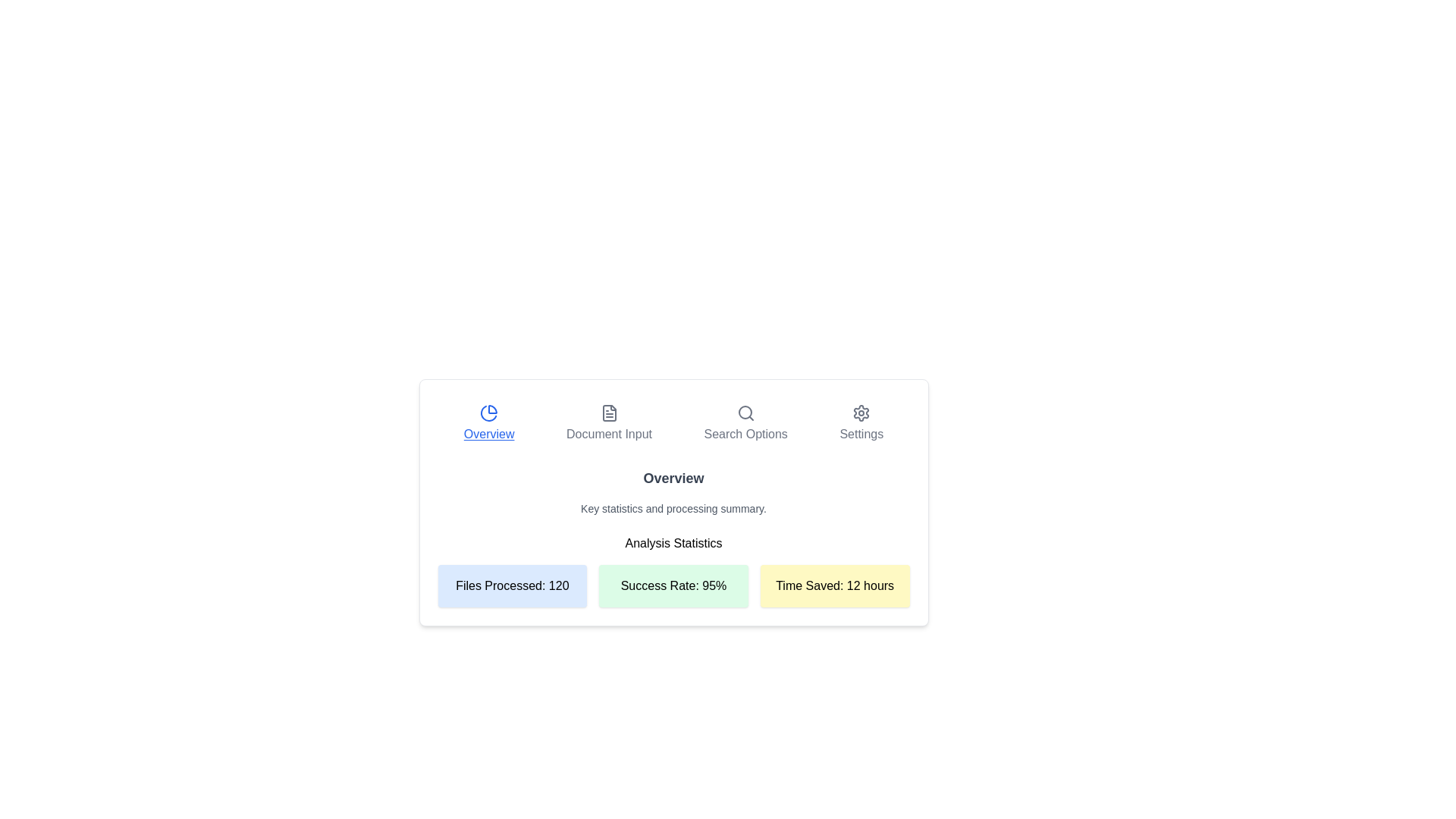 The height and width of the screenshot is (819, 1456). Describe the element at coordinates (609, 413) in the screenshot. I see `the document icon located in the navigation bar under the label 'Document Input' to interact with its associated functionality` at that location.